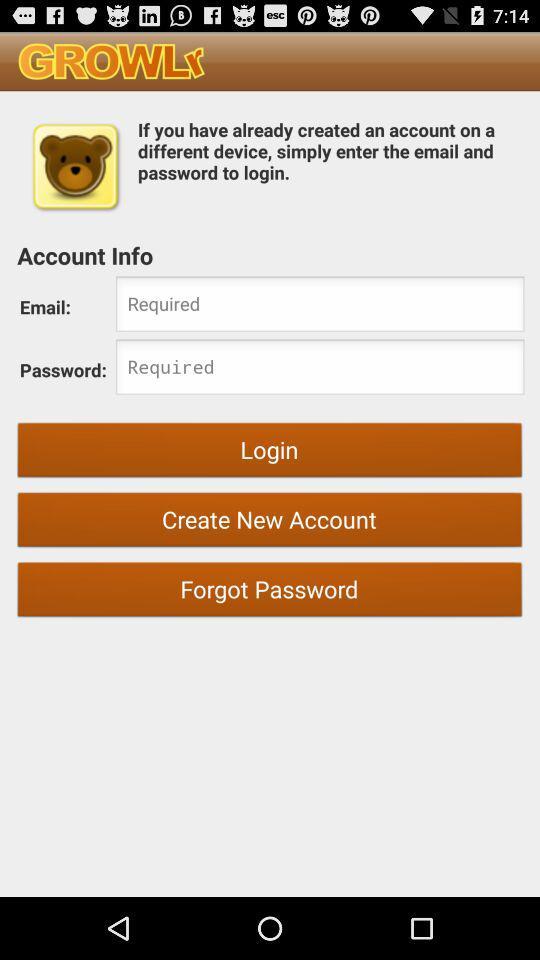 The height and width of the screenshot is (960, 540). What do you see at coordinates (270, 592) in the screenshot?
I see `the forgot password` at bounding box center [270, 592].